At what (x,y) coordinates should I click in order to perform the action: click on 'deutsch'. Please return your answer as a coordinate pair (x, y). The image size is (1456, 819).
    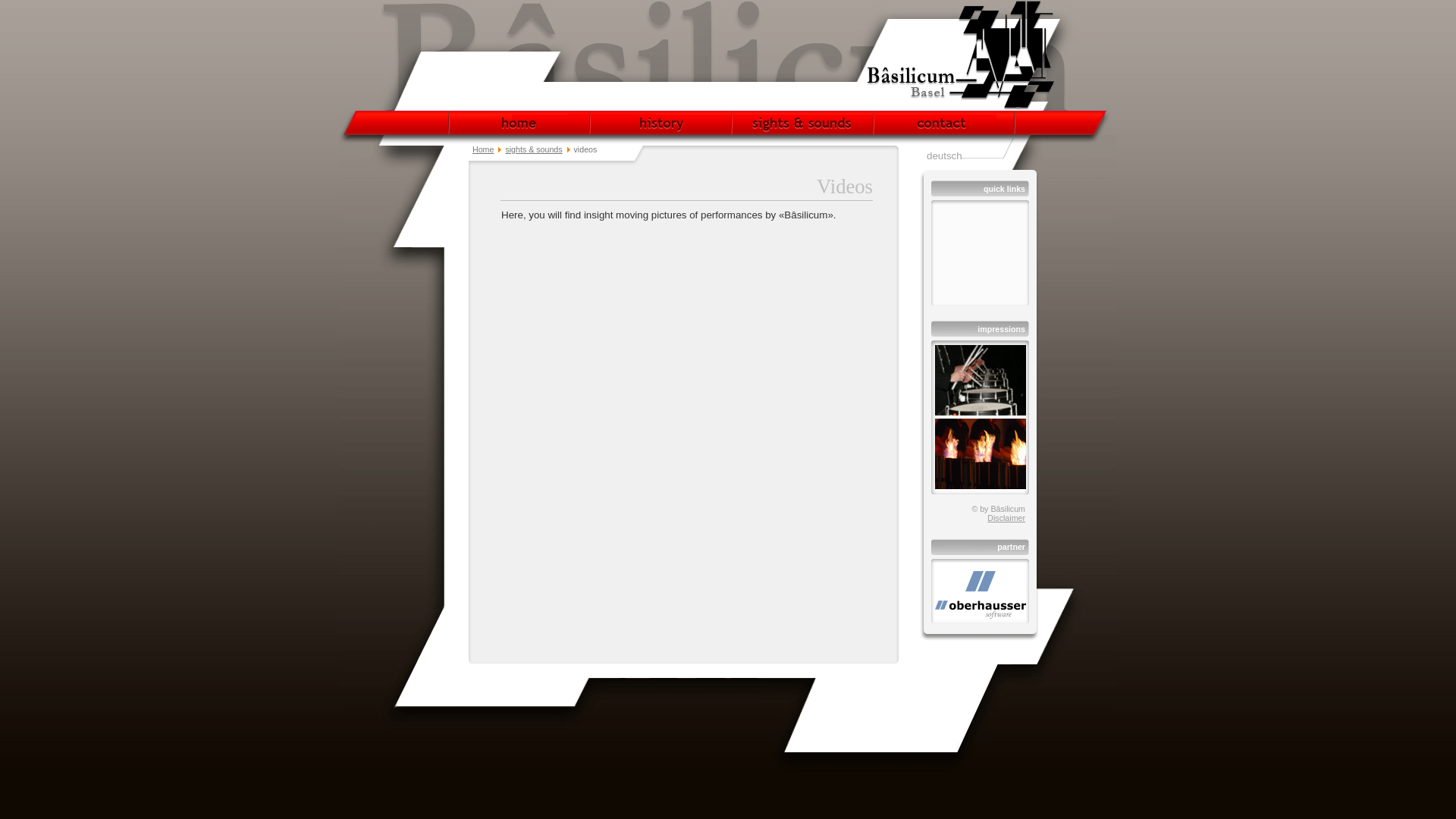
    Looking at the image, I should click on (943, 155).